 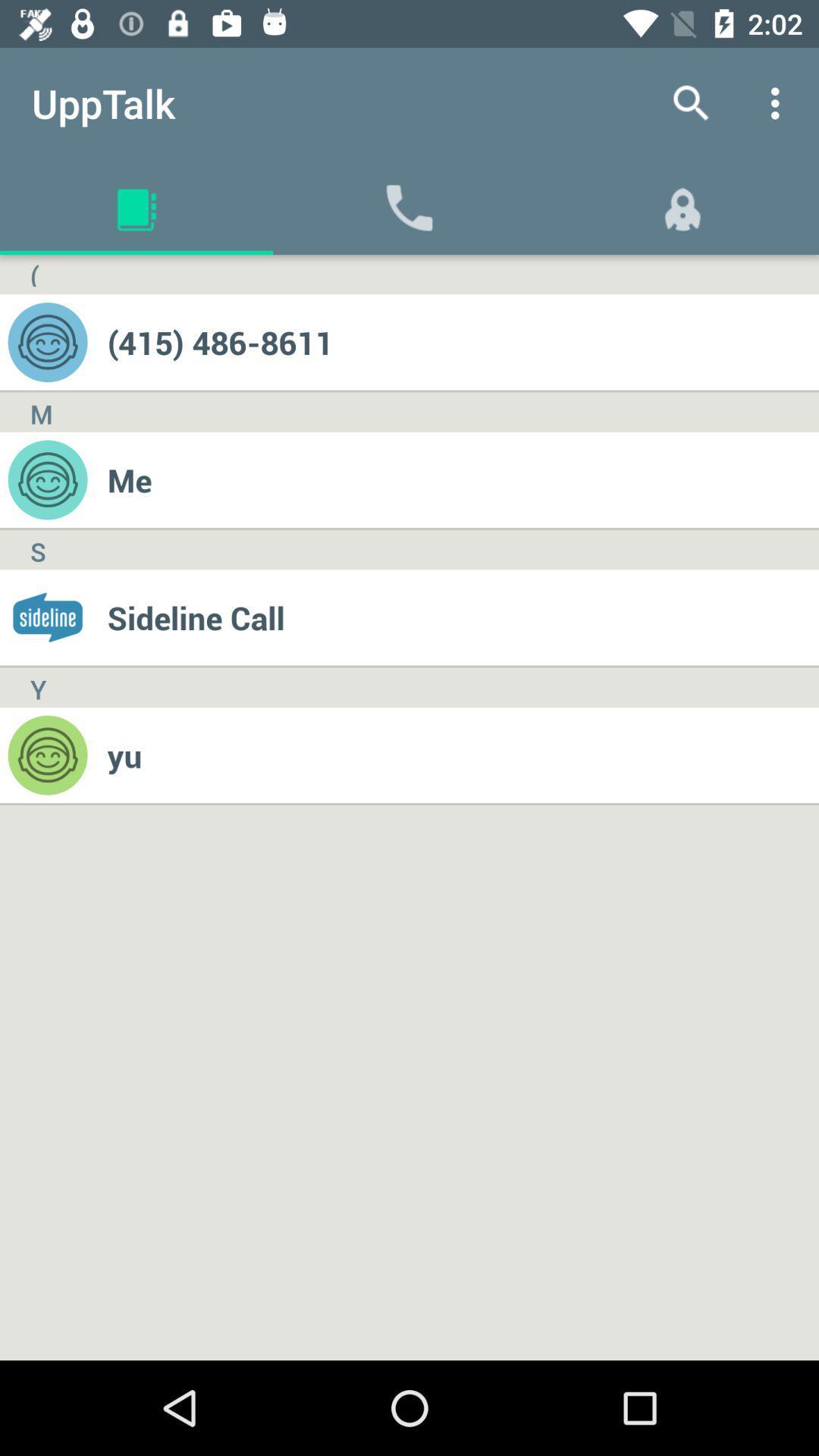 I want to click on phone icon, so click(x=409, y=206).